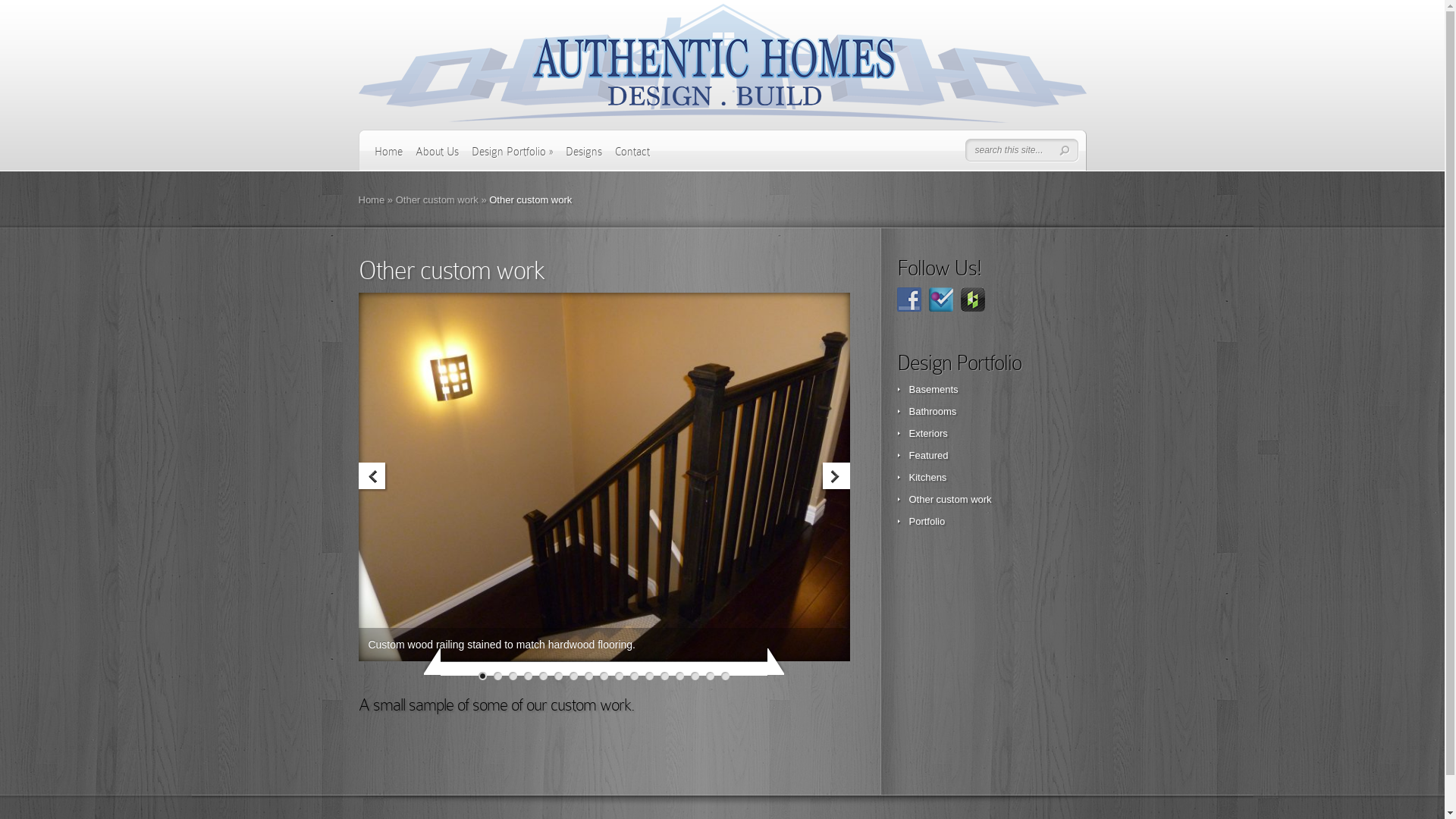 The width and height of the screenshot is (1456, 819). I want to click on 'Next', so click(834, 476).